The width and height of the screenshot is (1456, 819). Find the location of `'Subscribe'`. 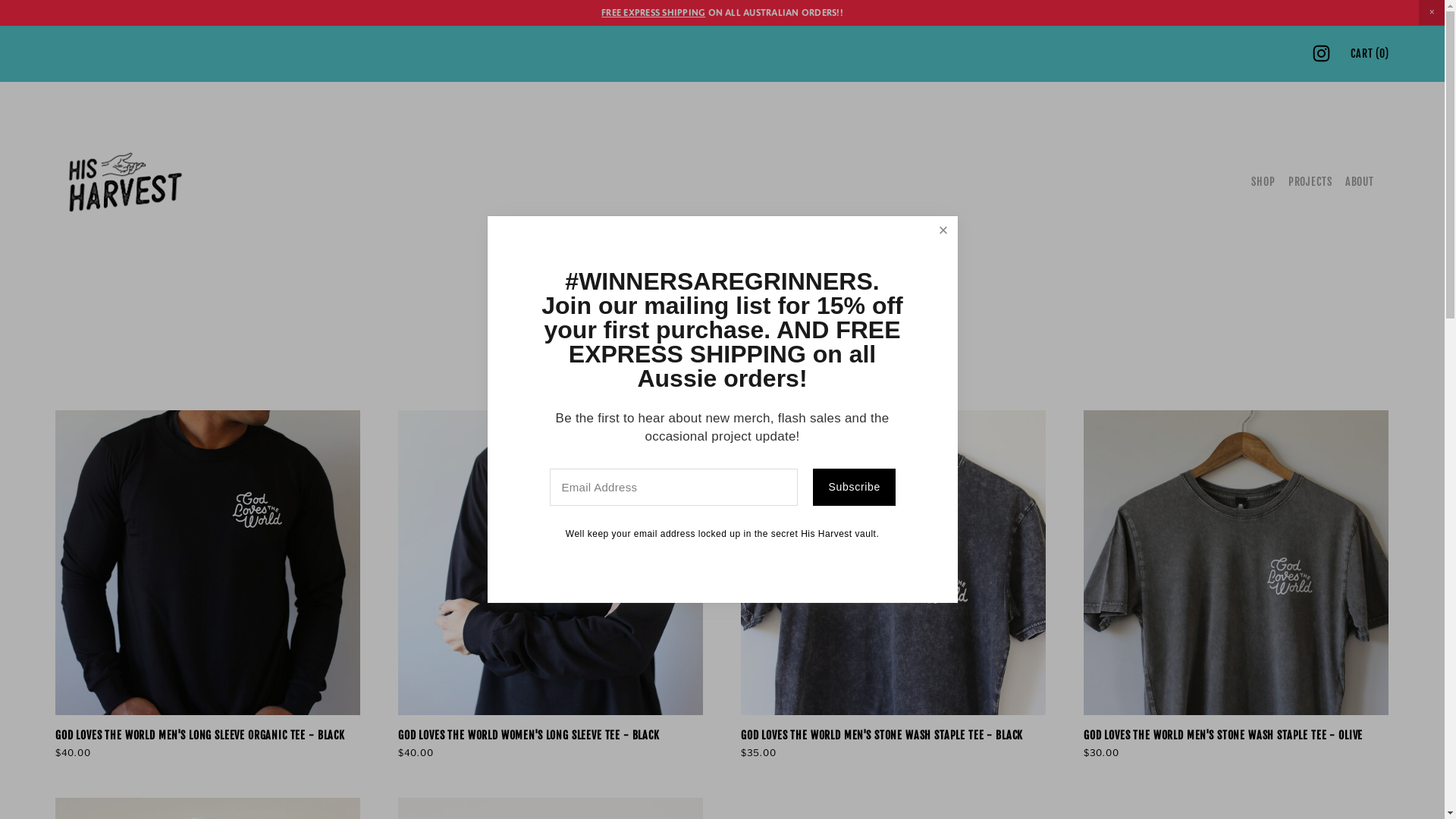

'Subscribe' is located at coordinates (811, 488).